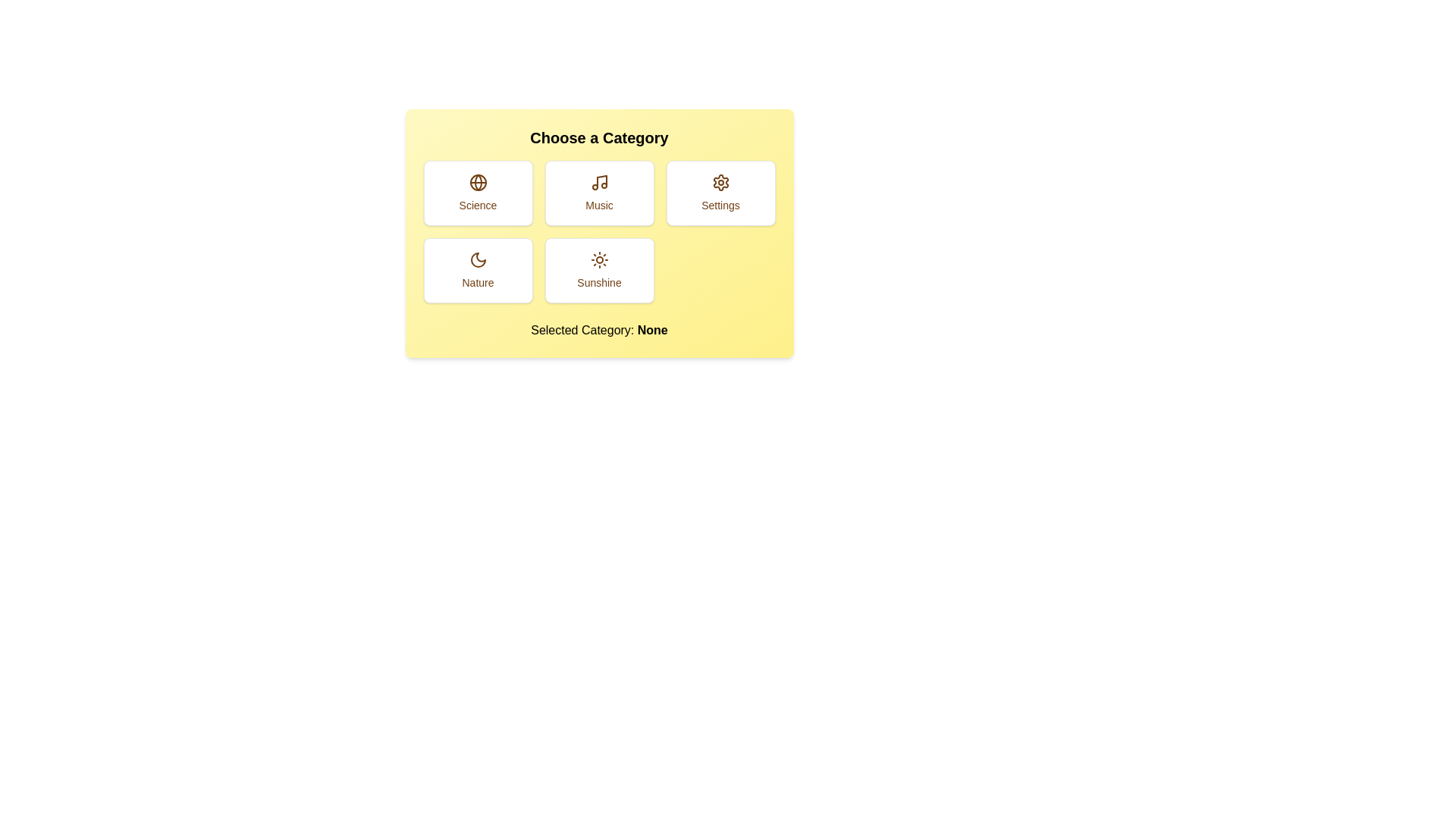 Image resolution: width=1456 pixels, height=819 pixels. I want to click on the 'Nature' category button-like interactive card located in the second row and first column of the grid layout, so click(477, 270).